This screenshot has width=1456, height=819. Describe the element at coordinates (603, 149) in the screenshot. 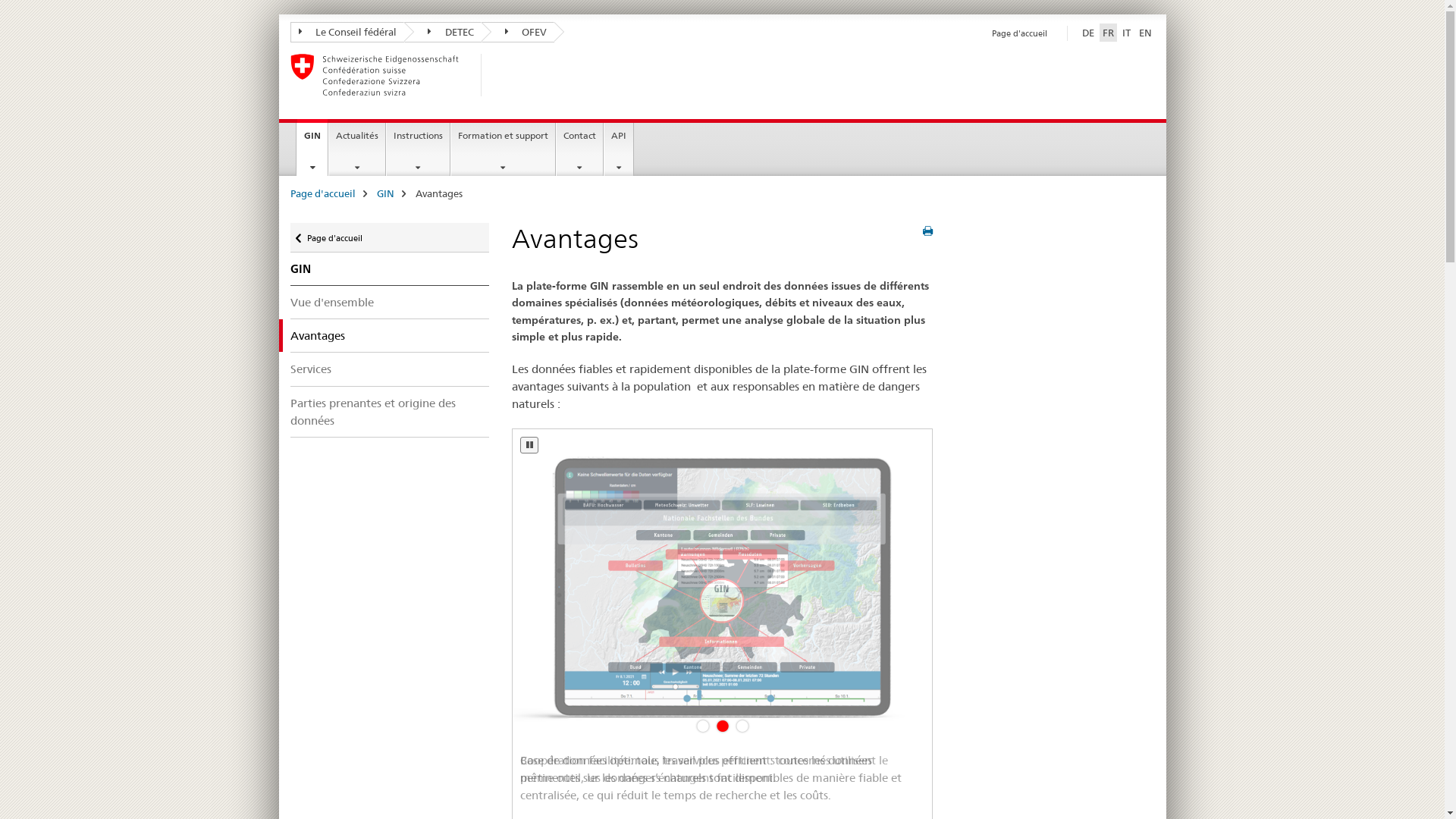

I see `'API'` at that location.